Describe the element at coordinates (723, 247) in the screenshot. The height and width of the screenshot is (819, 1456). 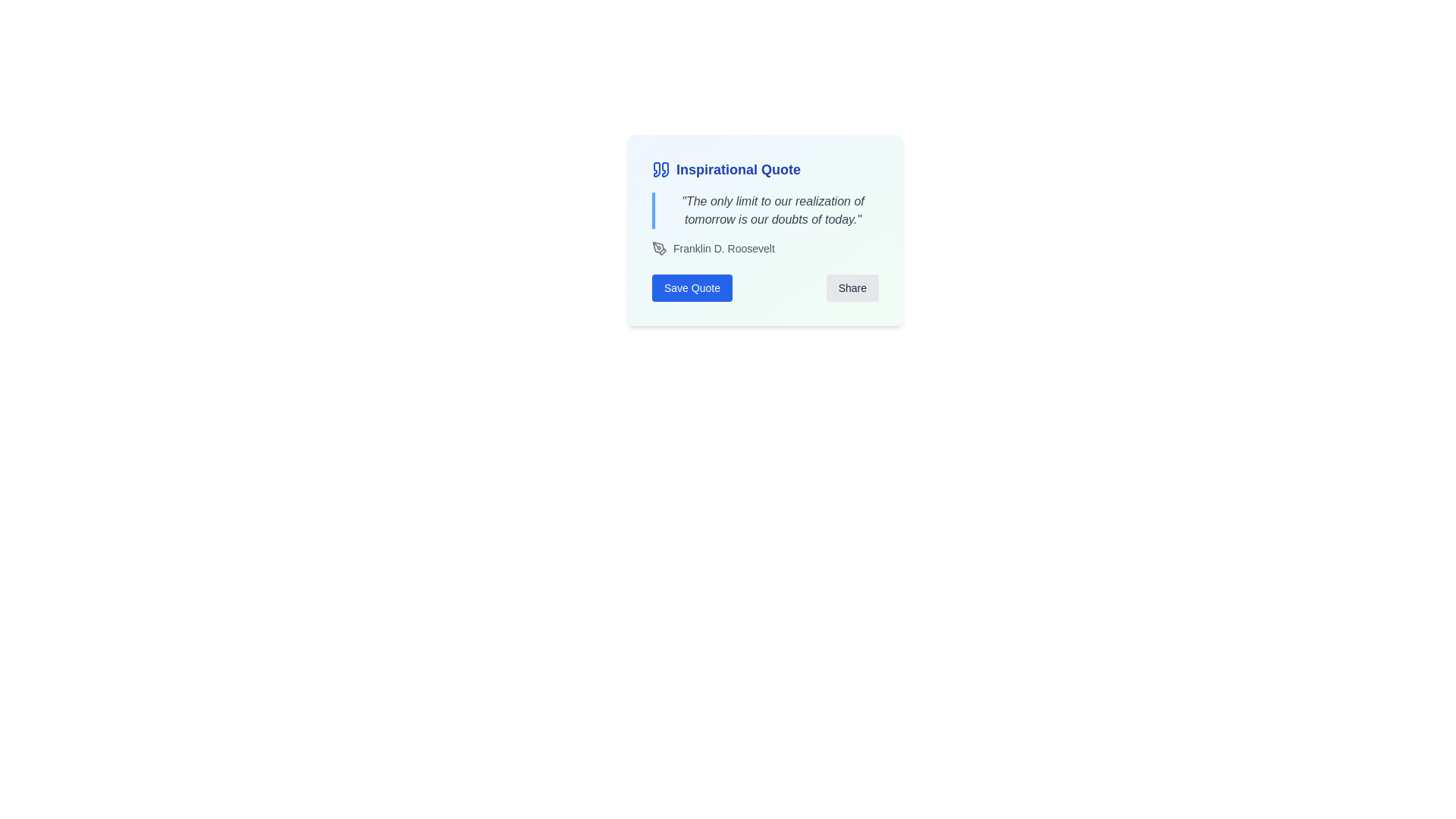
I see `the text label displaying 'Franklin D. Roosevelt', which is styled with a small-sized, gray font and positioned in the bottom-left area of the card` at that location.